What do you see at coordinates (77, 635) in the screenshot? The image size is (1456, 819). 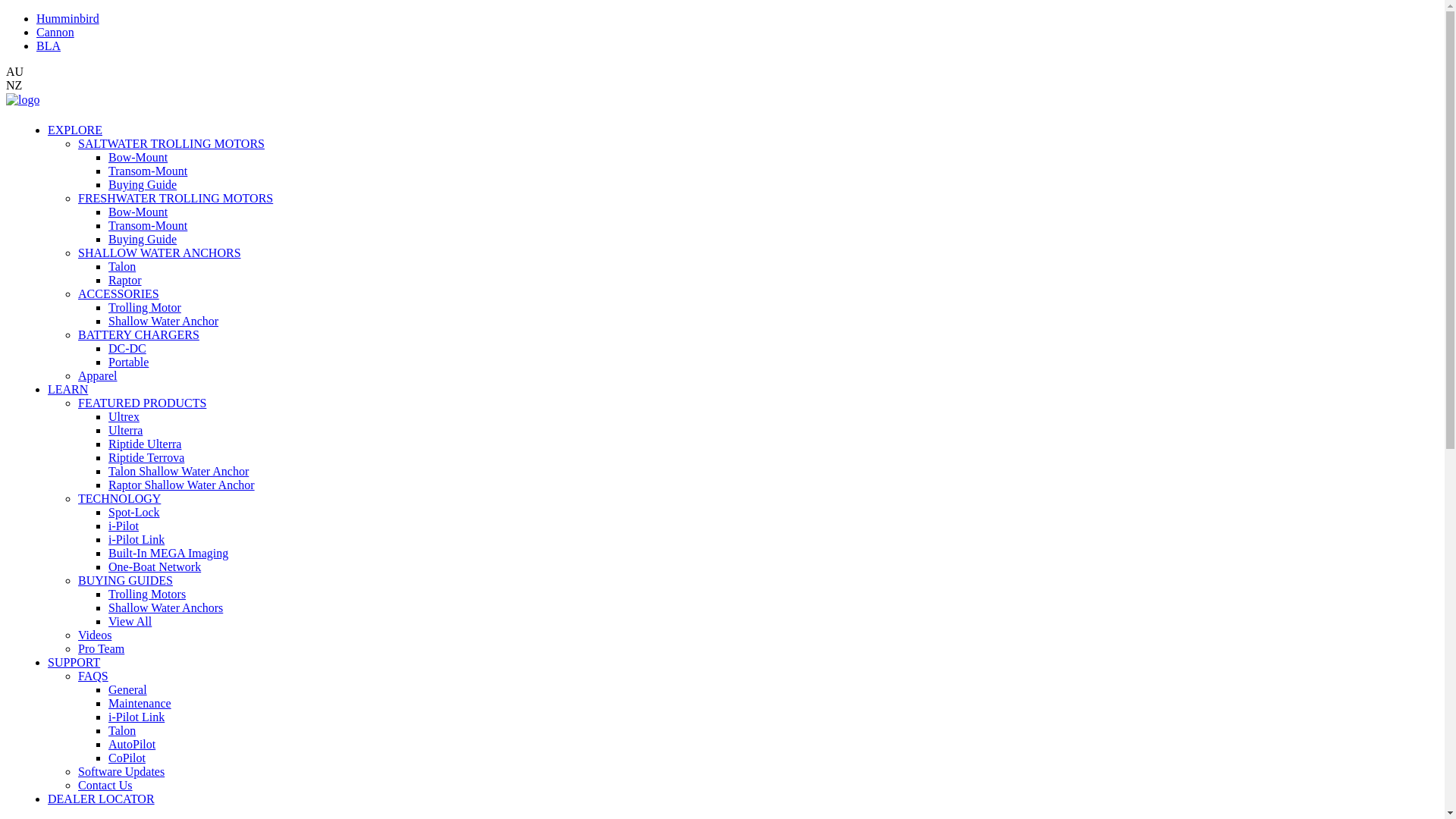 I see `'Videos'` at bounding box center [77, 635].